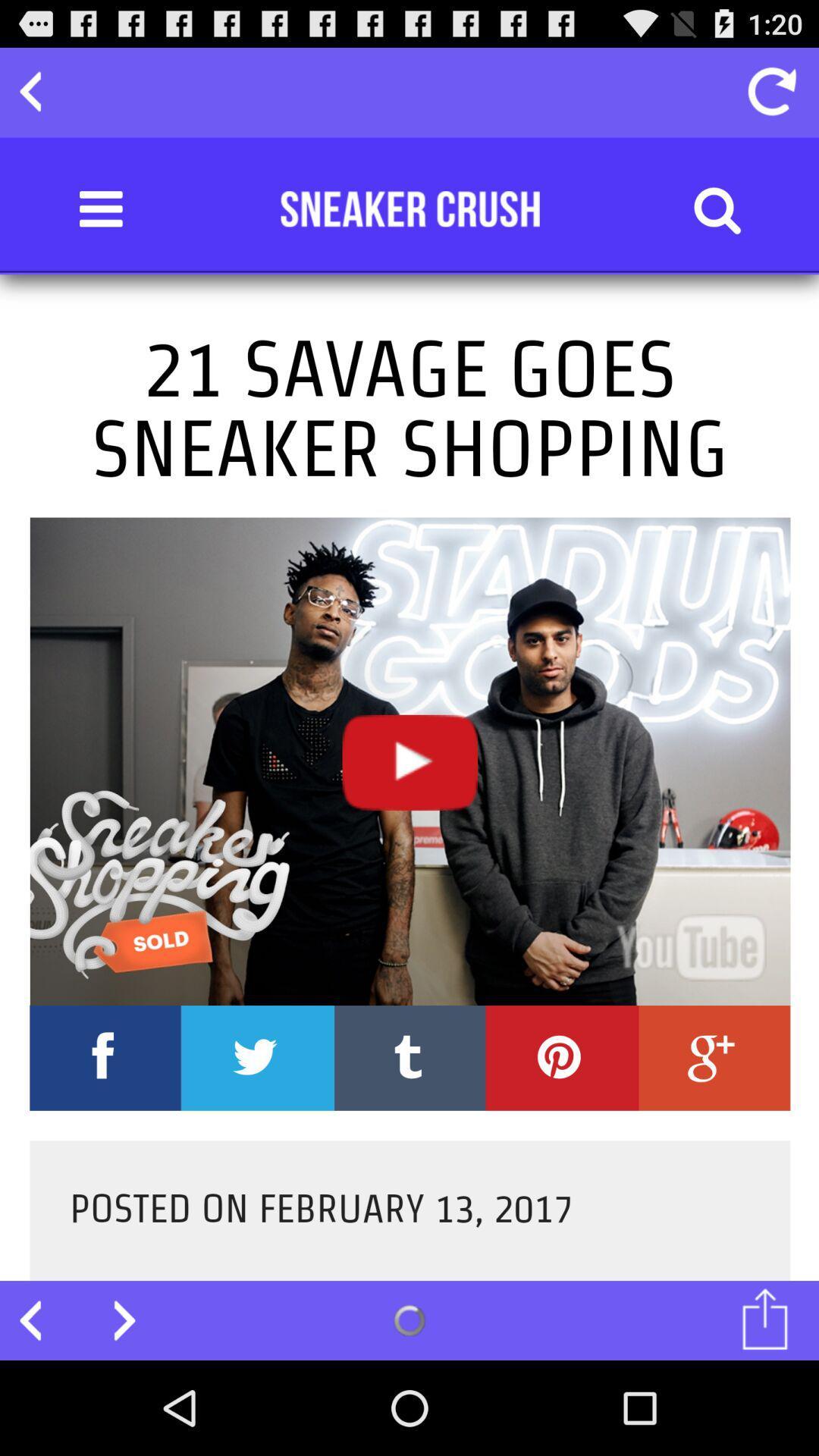 The height and width of the screenshot is (1456, 819). What do you see at coordinates (772, 97) in the screenshot?
I see `the refresh icon` at bounding box center [772, 97].